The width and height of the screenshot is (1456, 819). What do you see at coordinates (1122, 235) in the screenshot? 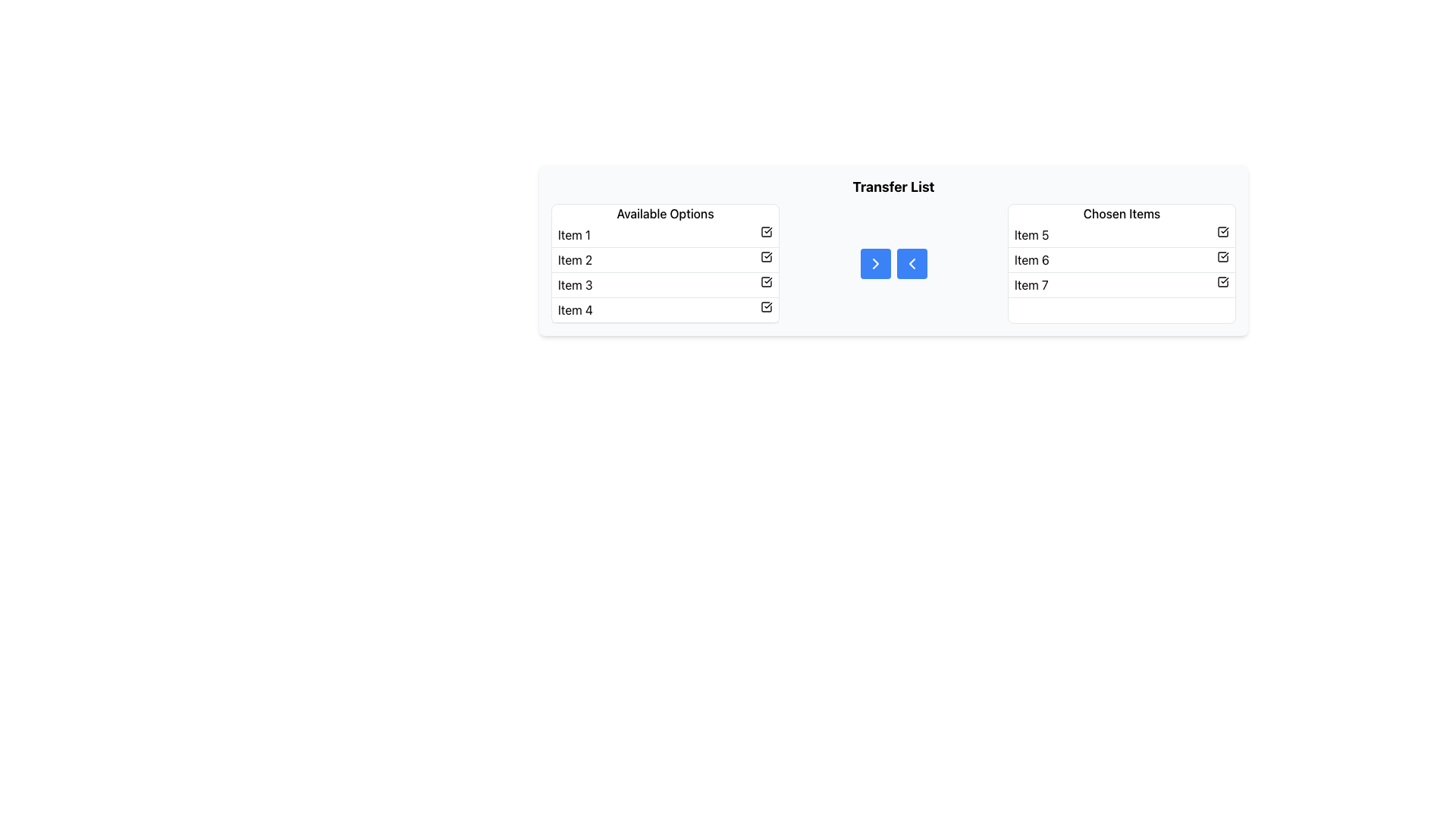
I see `the List item labeled 'Item 5' with a checkmark icon` at bounding box center [1122, 235].